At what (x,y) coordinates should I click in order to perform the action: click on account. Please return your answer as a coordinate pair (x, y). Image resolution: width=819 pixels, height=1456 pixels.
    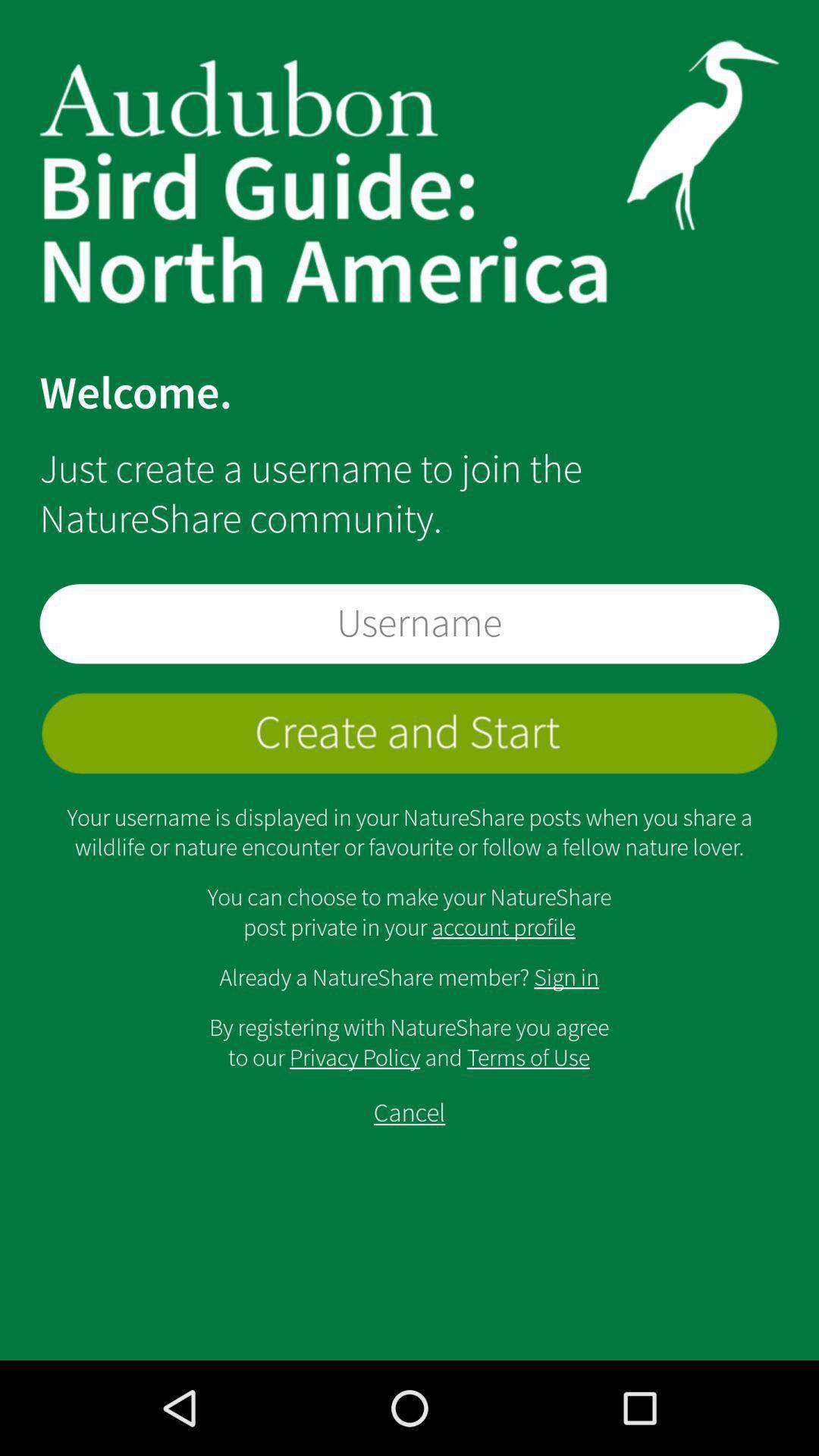
    Looking at the image, I should click on (409, 733).